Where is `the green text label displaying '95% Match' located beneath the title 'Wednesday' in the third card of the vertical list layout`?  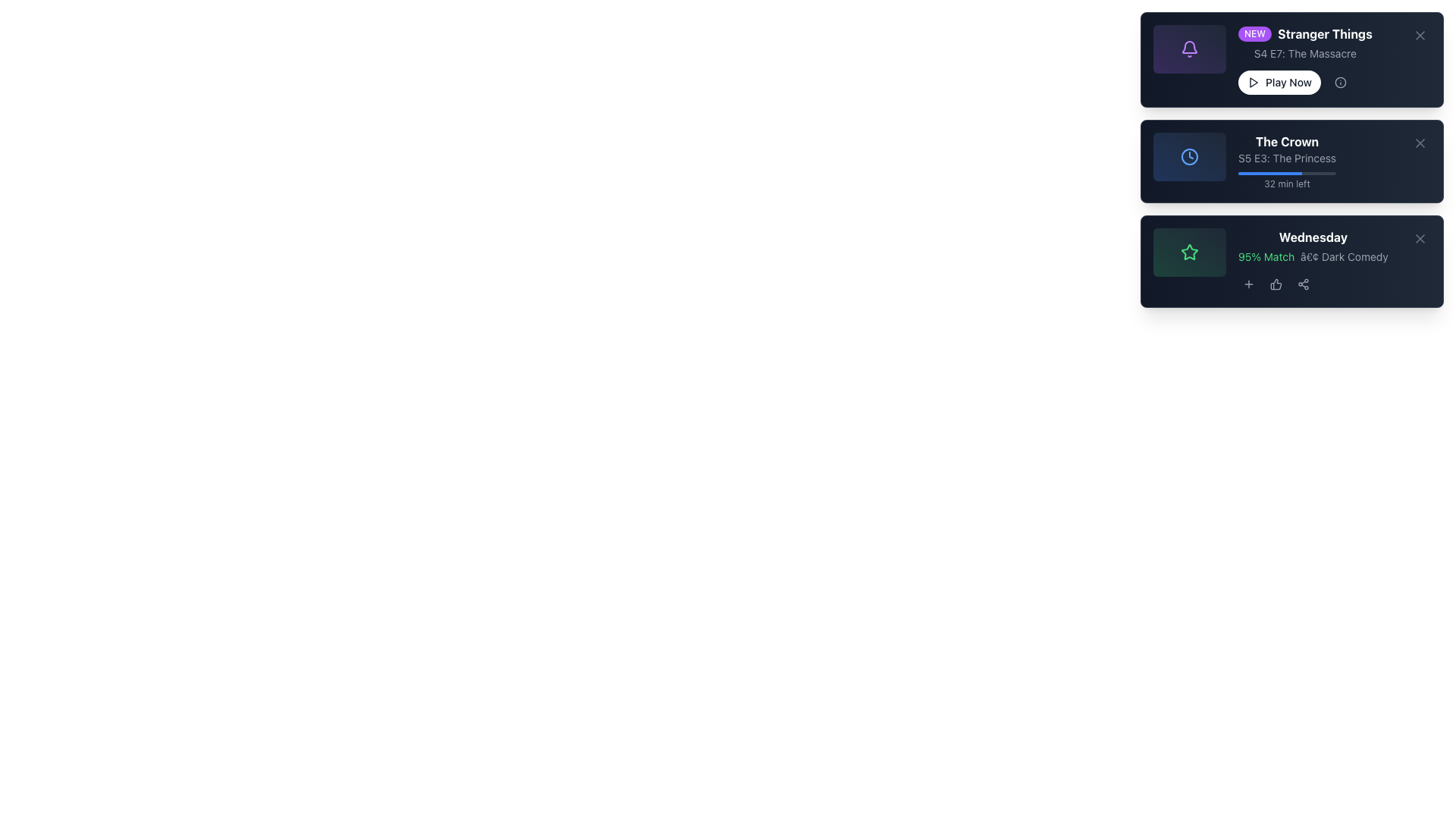
the green text label displaying '95% Match' located beneath the title 'Wednesday' in the third card of the vertical list layout is located at coordinates (1291, 260).